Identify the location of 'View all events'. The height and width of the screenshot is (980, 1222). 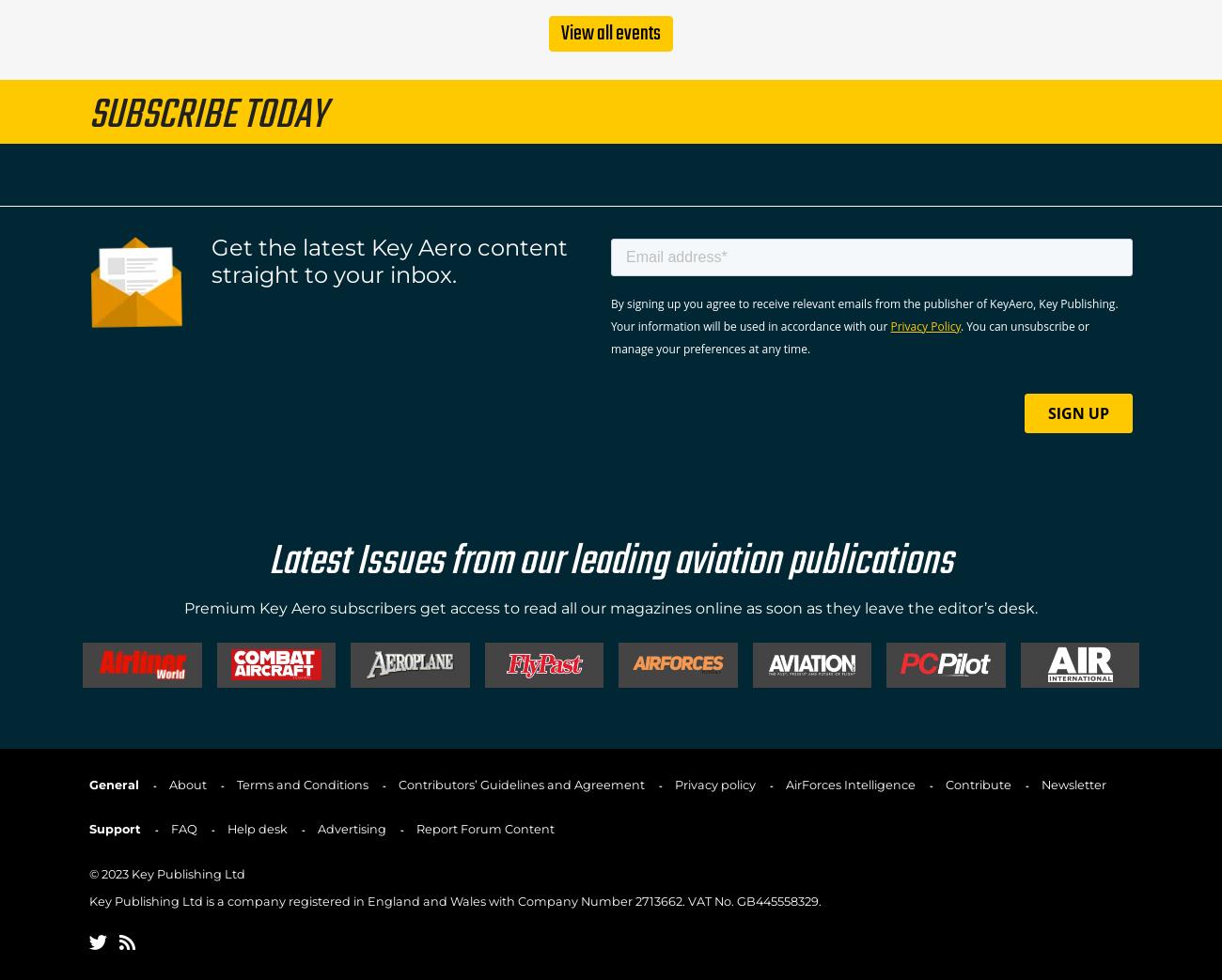
(611, 32).